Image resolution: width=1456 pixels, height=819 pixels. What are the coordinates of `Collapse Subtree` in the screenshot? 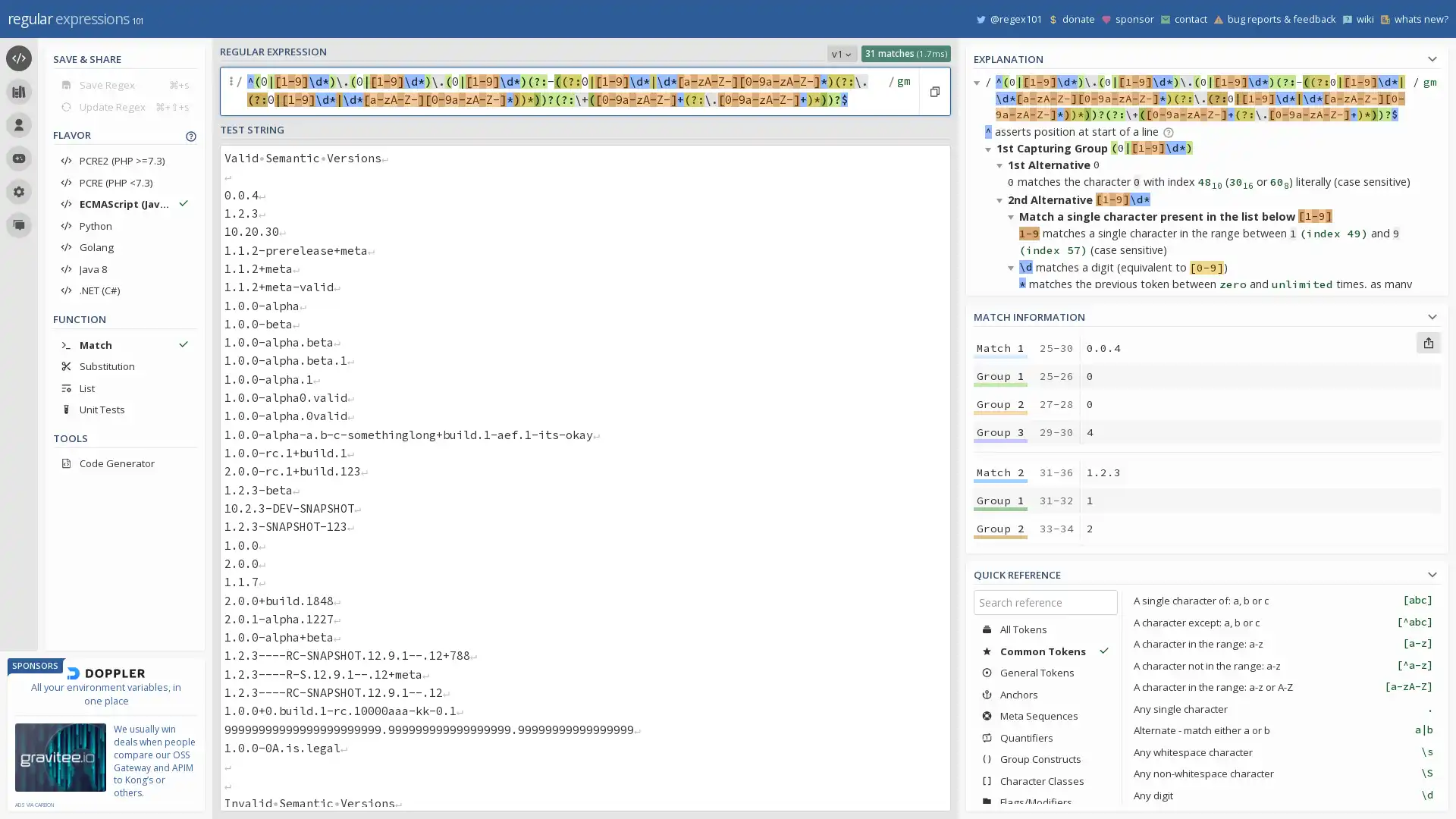 It's located at (1002, 353).